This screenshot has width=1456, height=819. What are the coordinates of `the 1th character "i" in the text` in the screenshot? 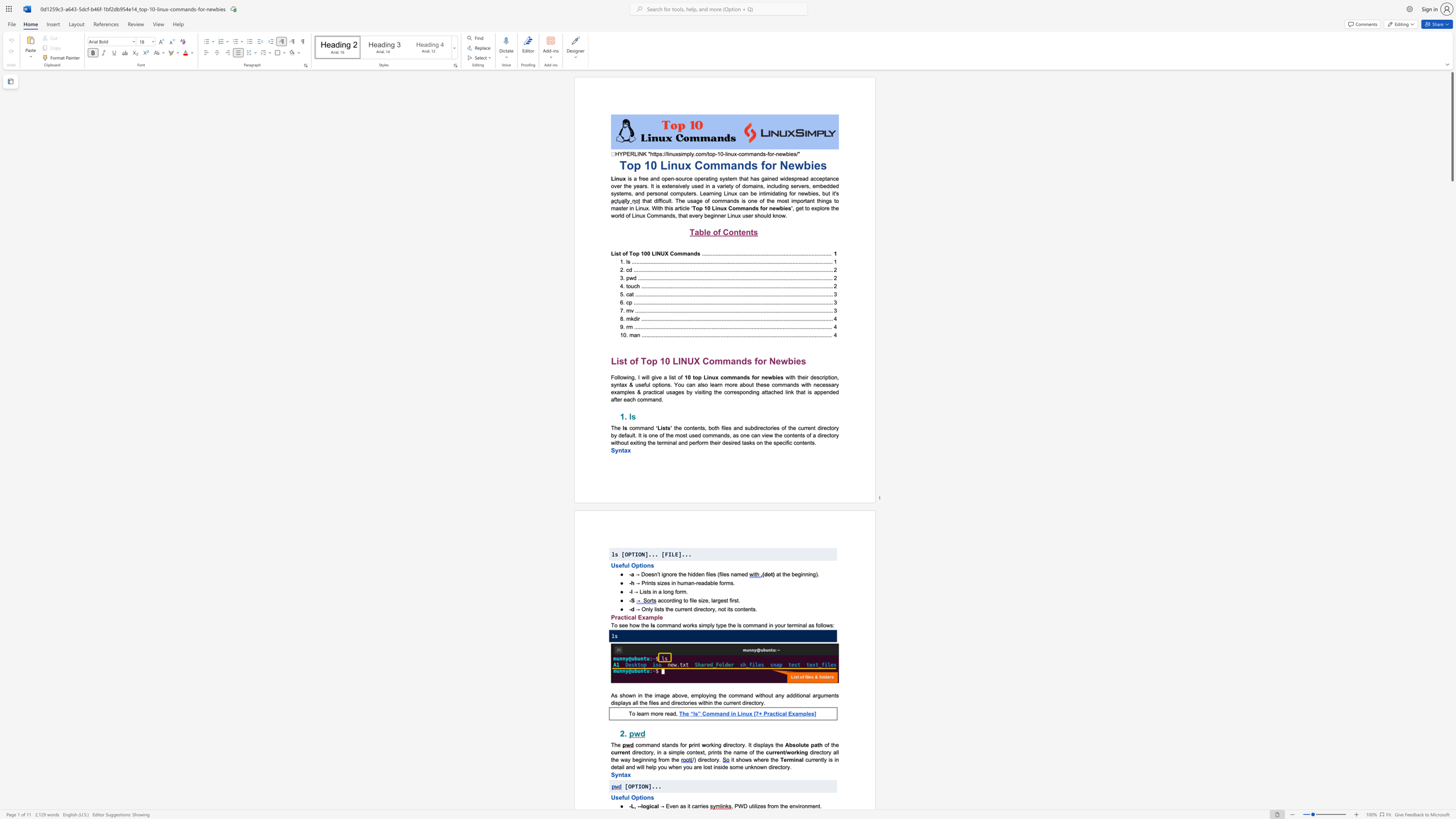 It's located at (708, 377).